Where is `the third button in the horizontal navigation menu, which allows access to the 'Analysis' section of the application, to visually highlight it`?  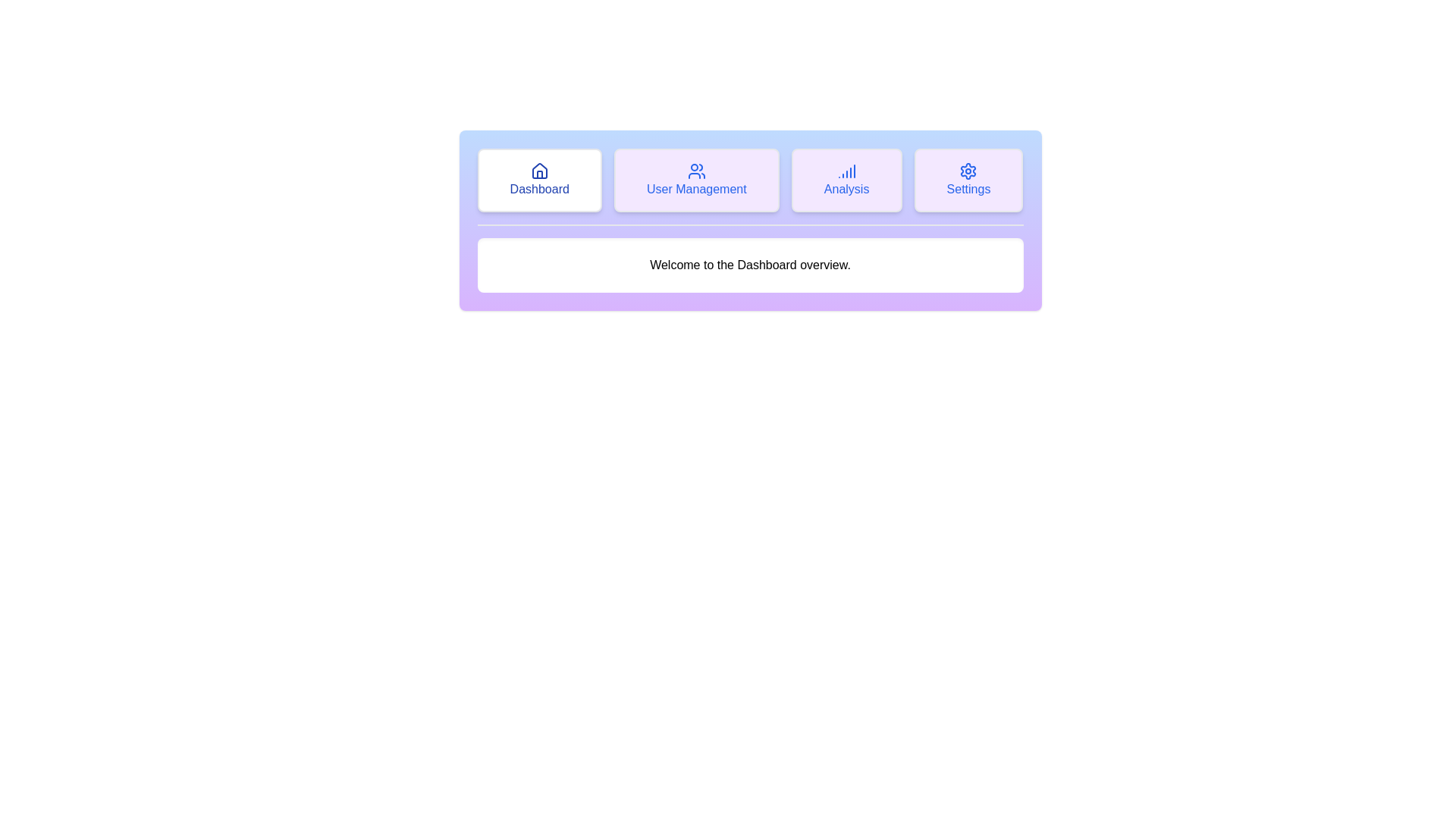 the third button in the horizontal navigation menu, which allows access to the 'Analysis' section of the application, to visually highlight it is located at coordinates (846, 180).